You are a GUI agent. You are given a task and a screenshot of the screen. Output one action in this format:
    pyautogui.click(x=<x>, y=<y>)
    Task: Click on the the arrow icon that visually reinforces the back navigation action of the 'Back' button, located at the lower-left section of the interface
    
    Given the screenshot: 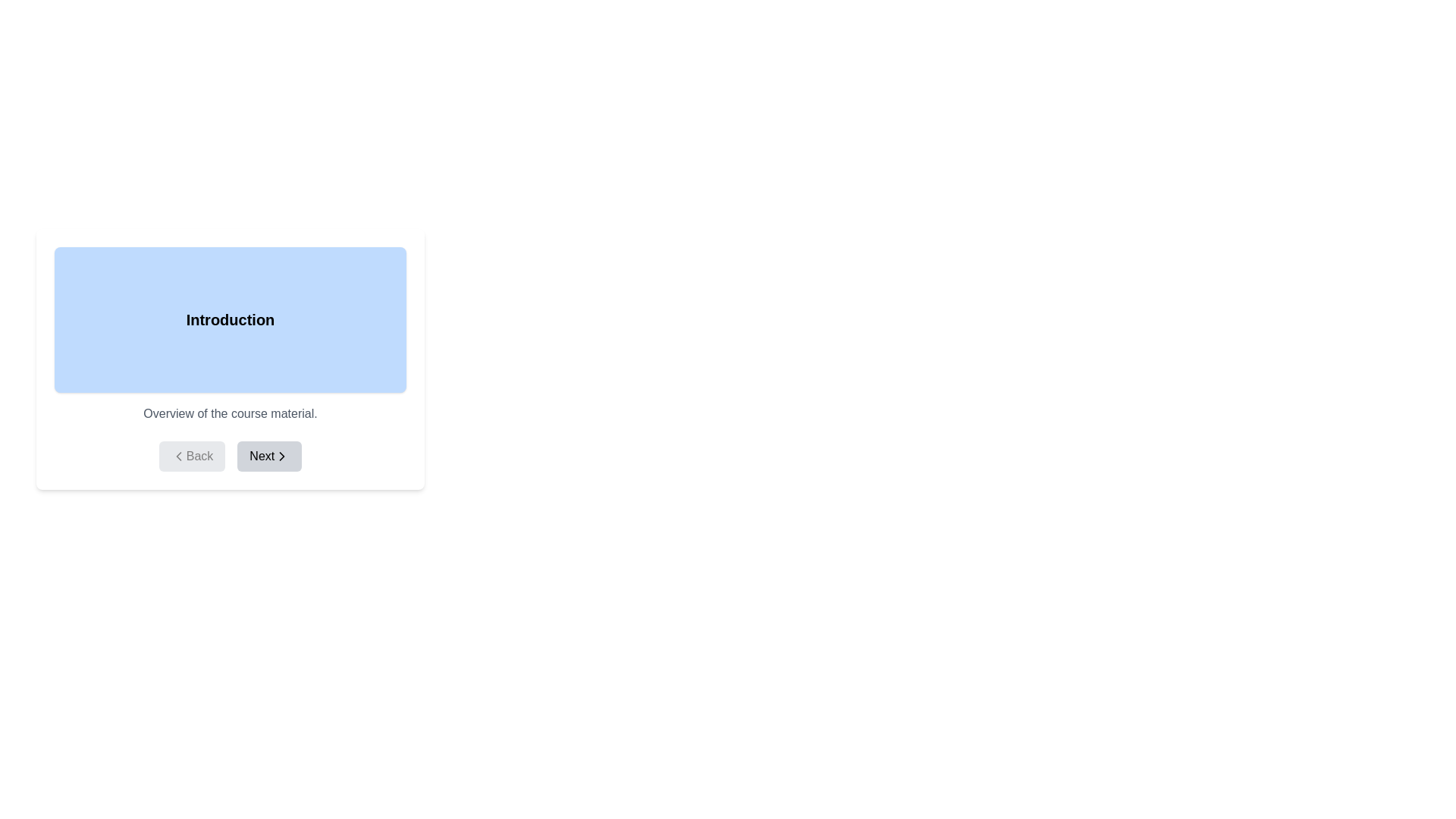 What is the action you would take?
    pyautogui.click(x=178, y=455)
    